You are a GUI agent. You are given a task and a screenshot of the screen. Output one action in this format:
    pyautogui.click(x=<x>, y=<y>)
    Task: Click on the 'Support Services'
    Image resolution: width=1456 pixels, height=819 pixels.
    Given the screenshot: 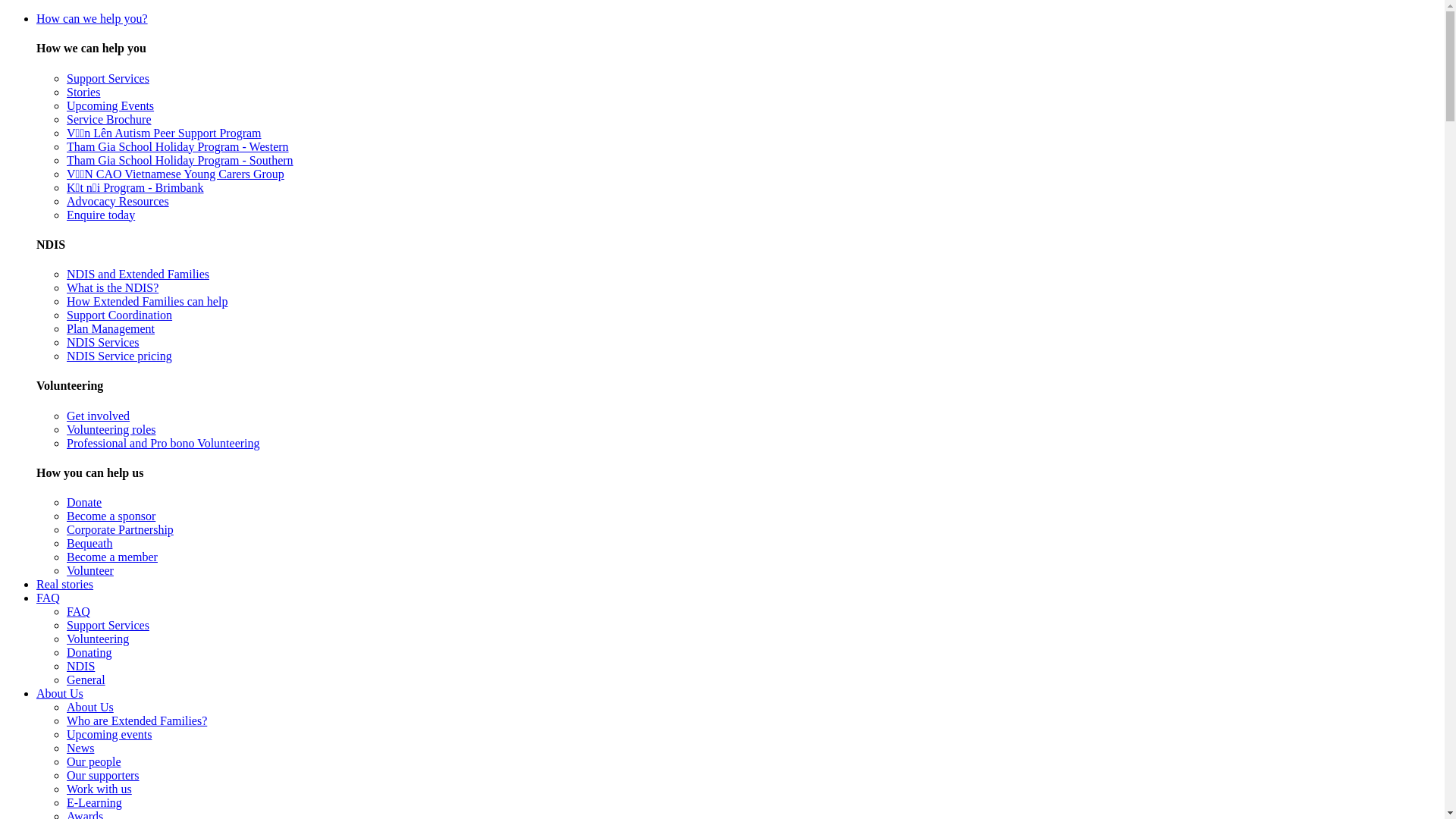 What is the action you would take?
    pyautogui.click(x=65, y=625)
    